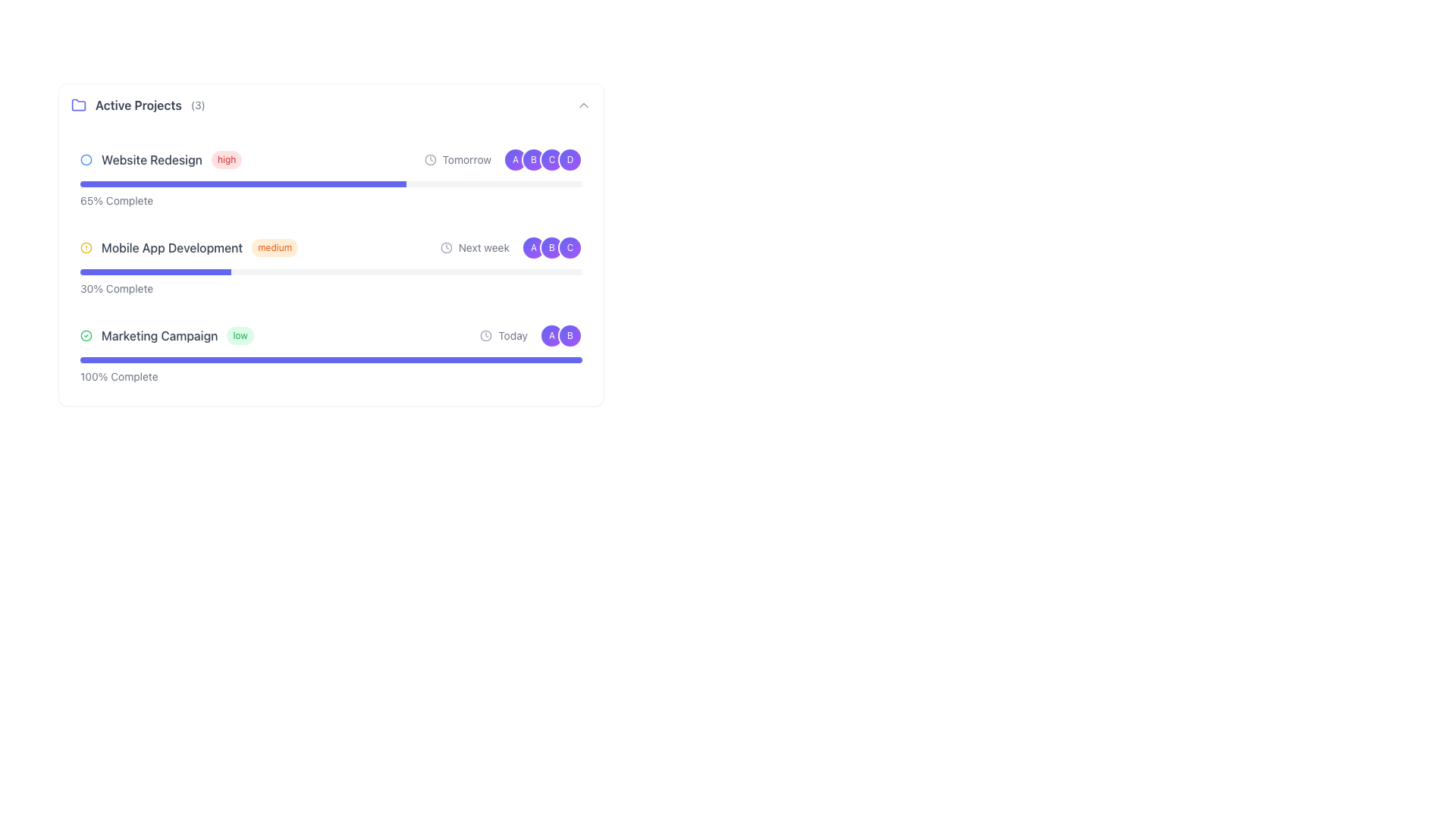  I want to click on the group of interactive icons including the star button, plus button, and ellipsis menu located on the right side of the '30% Complete' text, so click(554, 289).